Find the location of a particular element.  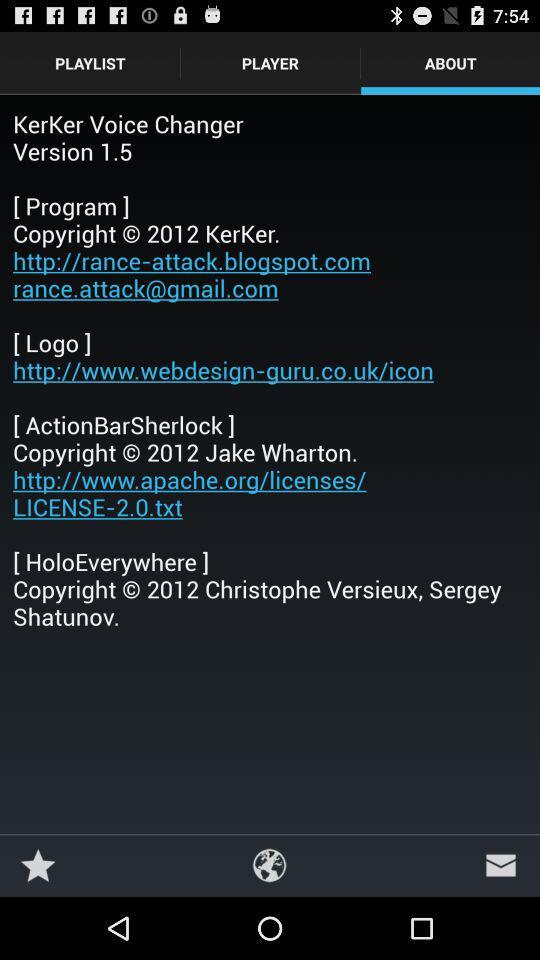

the item at the bottom right corner is located at coordinates (500, 864).